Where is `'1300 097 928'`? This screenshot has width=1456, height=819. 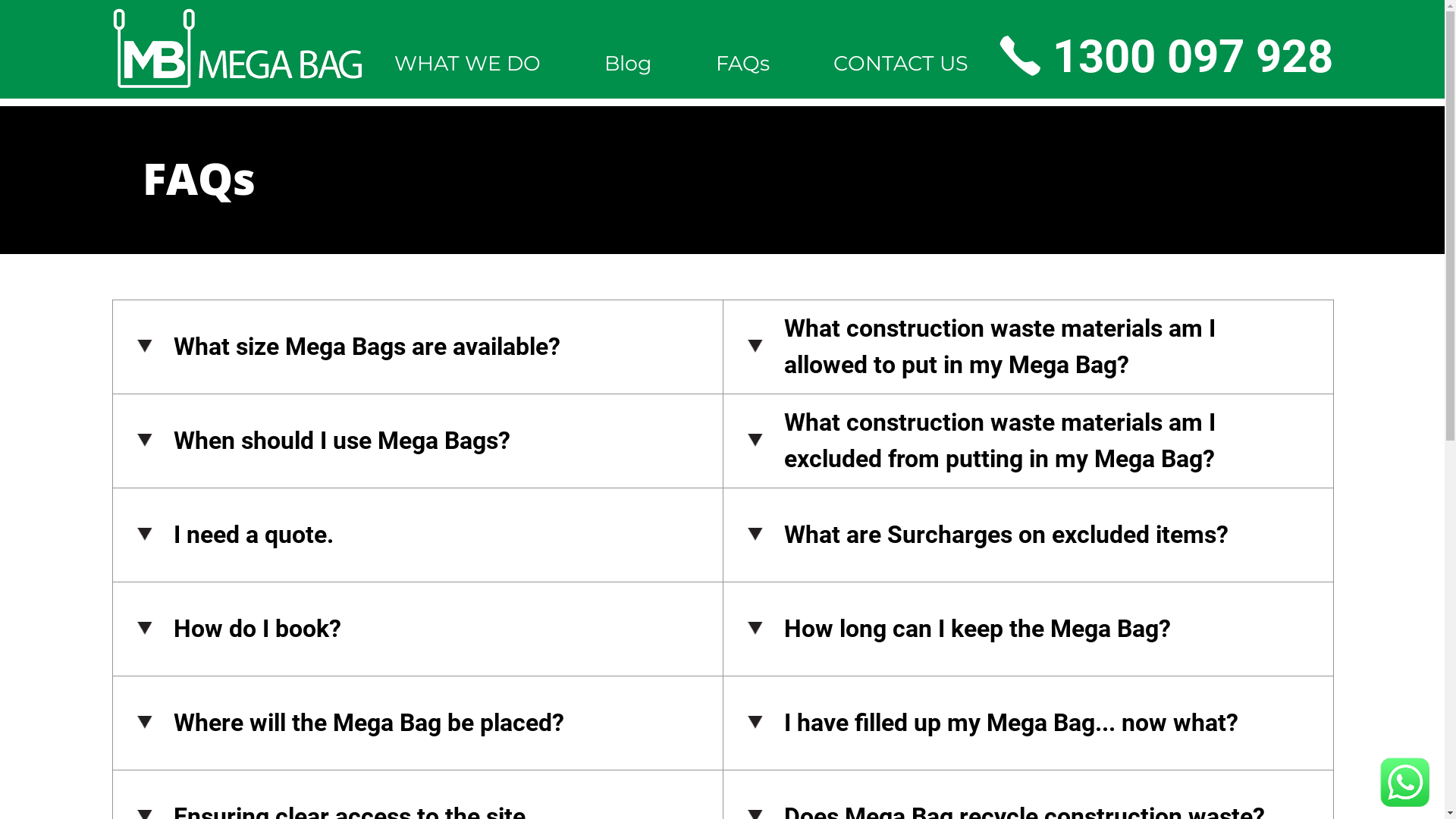 '1300 097 928' is located at coordinates (1165, 55).